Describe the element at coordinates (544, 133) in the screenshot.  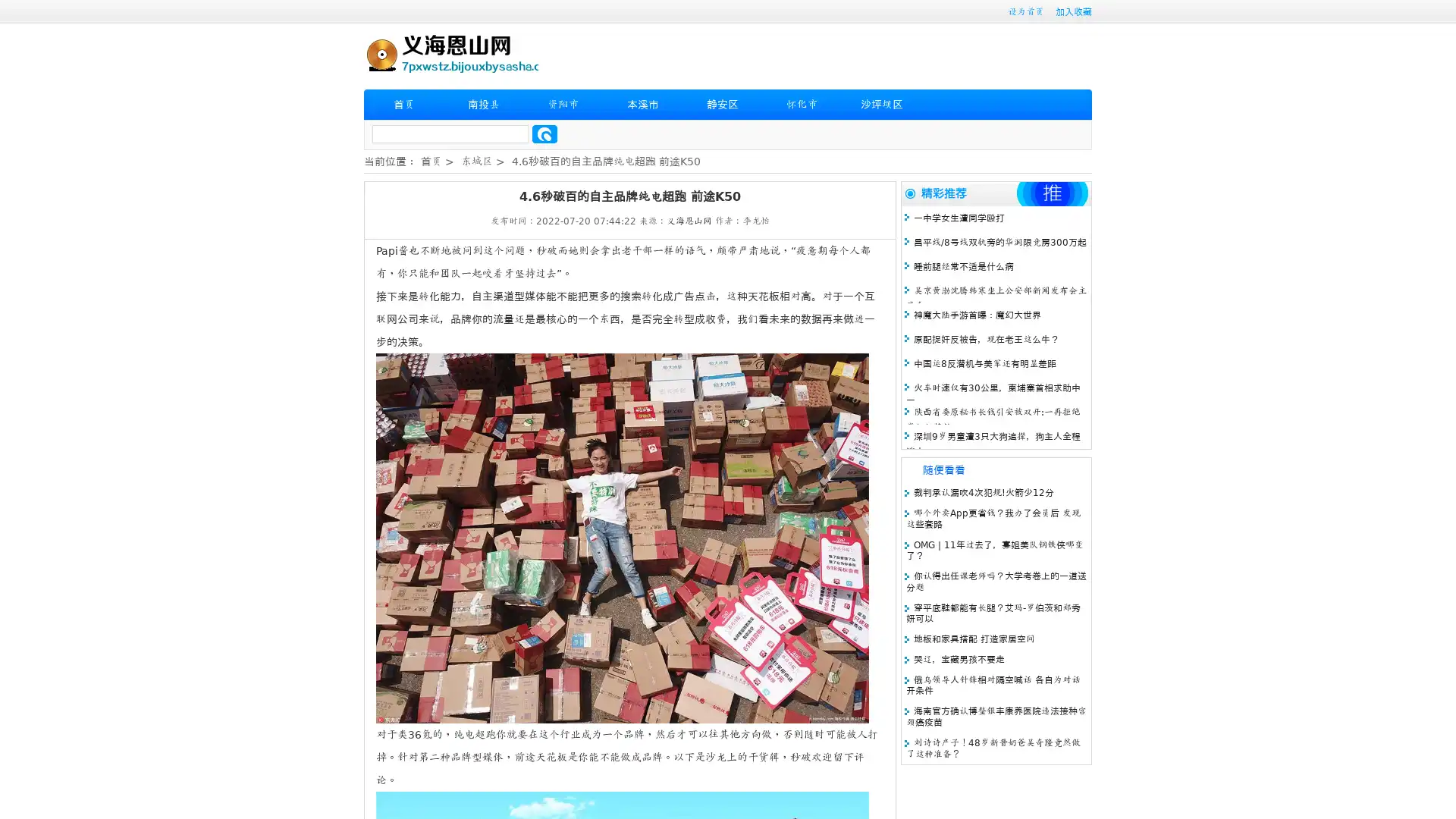
I see `Search` at that location.